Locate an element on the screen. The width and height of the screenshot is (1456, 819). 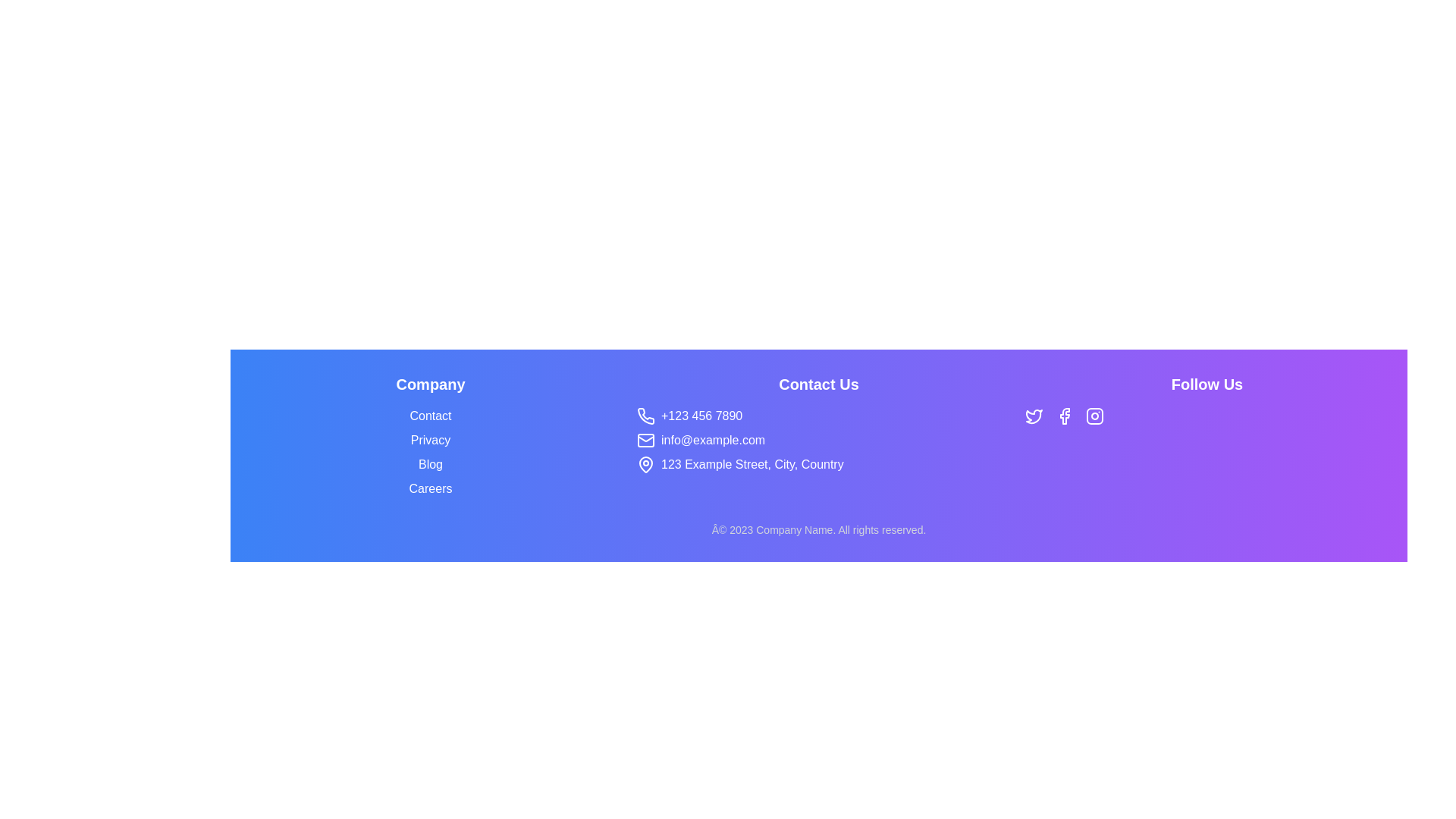
keyboard navigation is located at coordinates (429, 464).